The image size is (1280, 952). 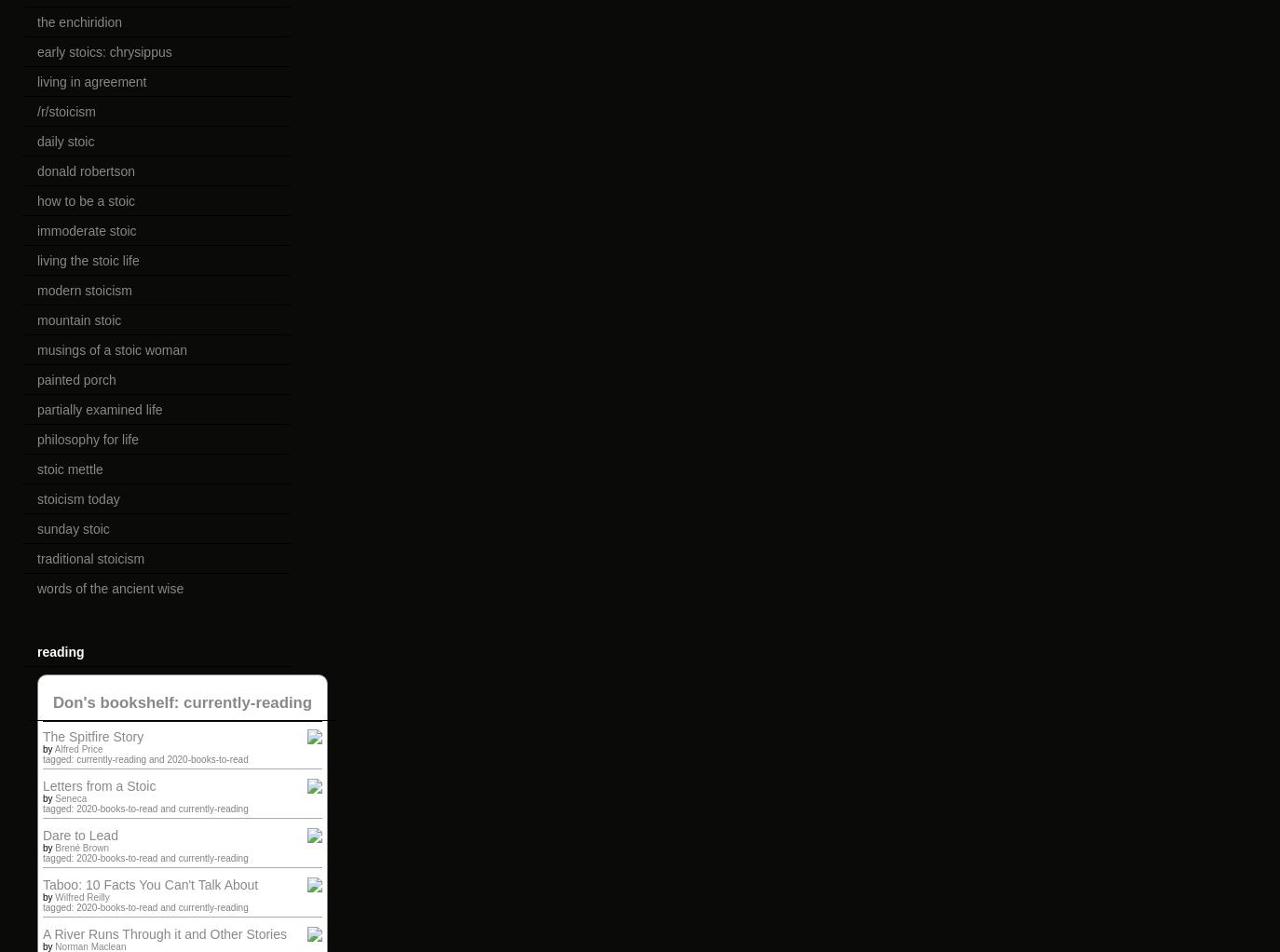 I want to click on 'Dare to Lead', so click(x=42, y=835).